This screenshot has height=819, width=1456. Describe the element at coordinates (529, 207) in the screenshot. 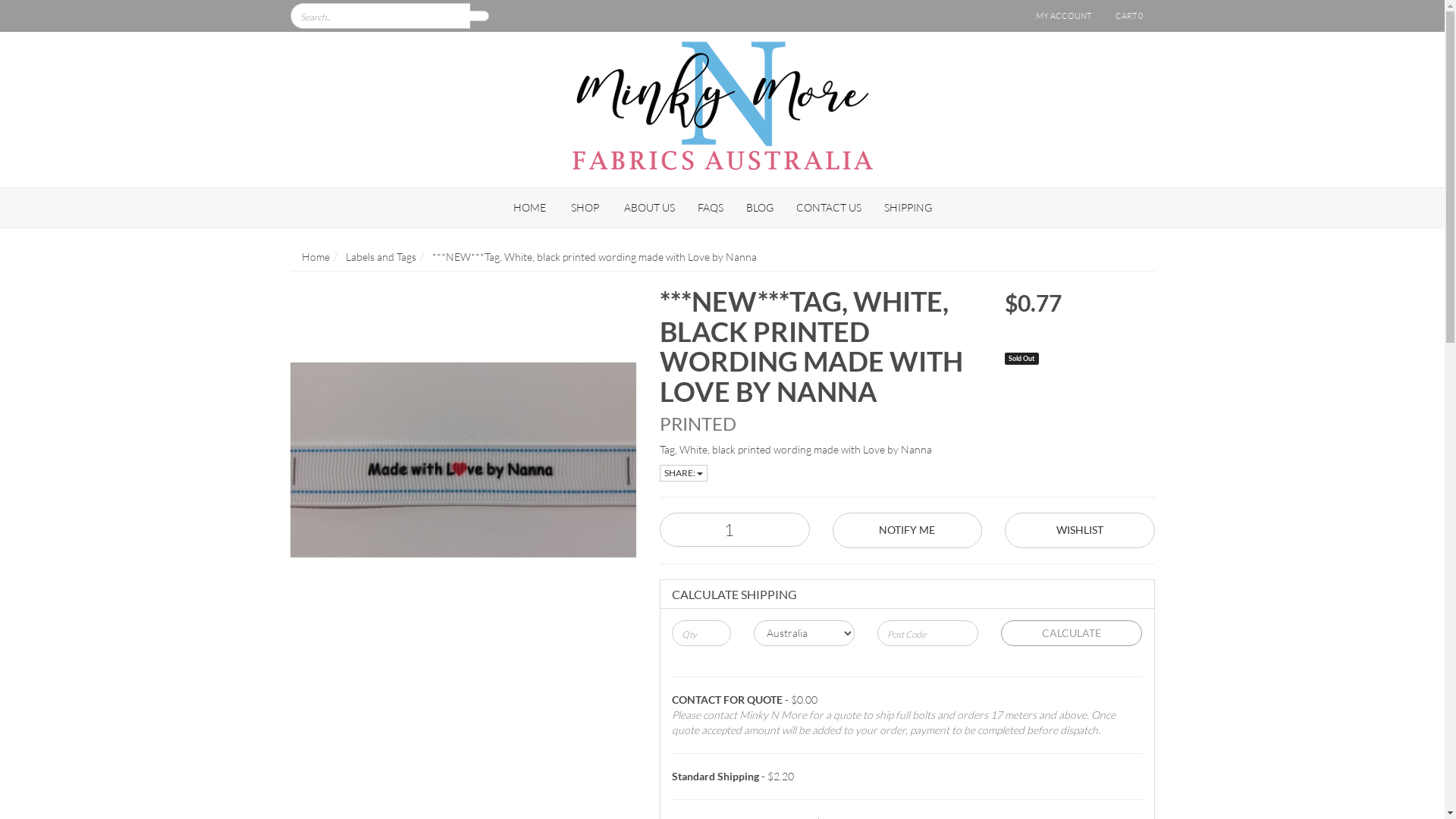

I see `'HOME'` at that location.